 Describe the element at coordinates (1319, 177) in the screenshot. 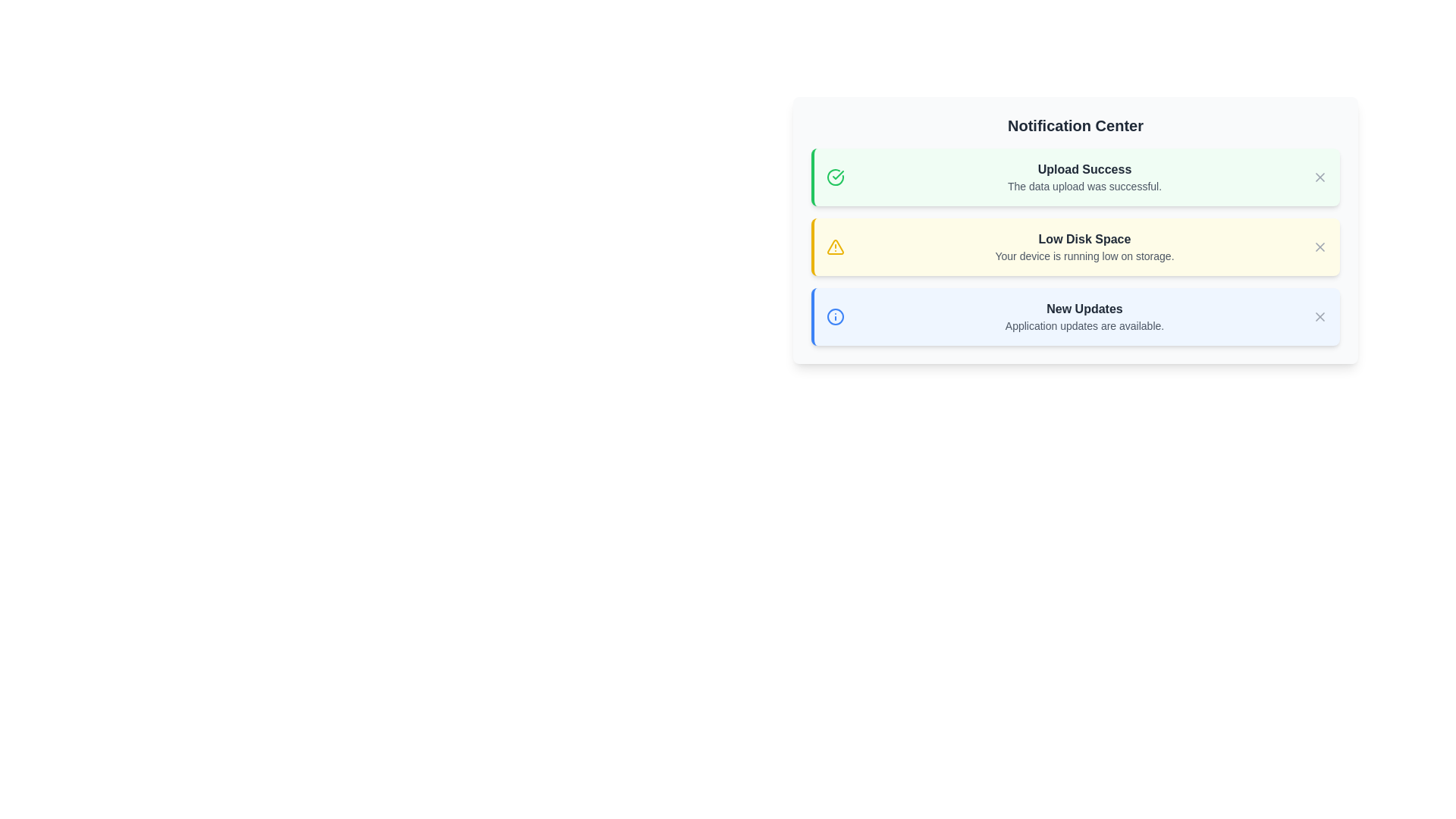

I see `the close button, which is a small square icon with a gray outlined cross symbol, located in the top-right corner of the 'Upload Success' notification card` at that location.